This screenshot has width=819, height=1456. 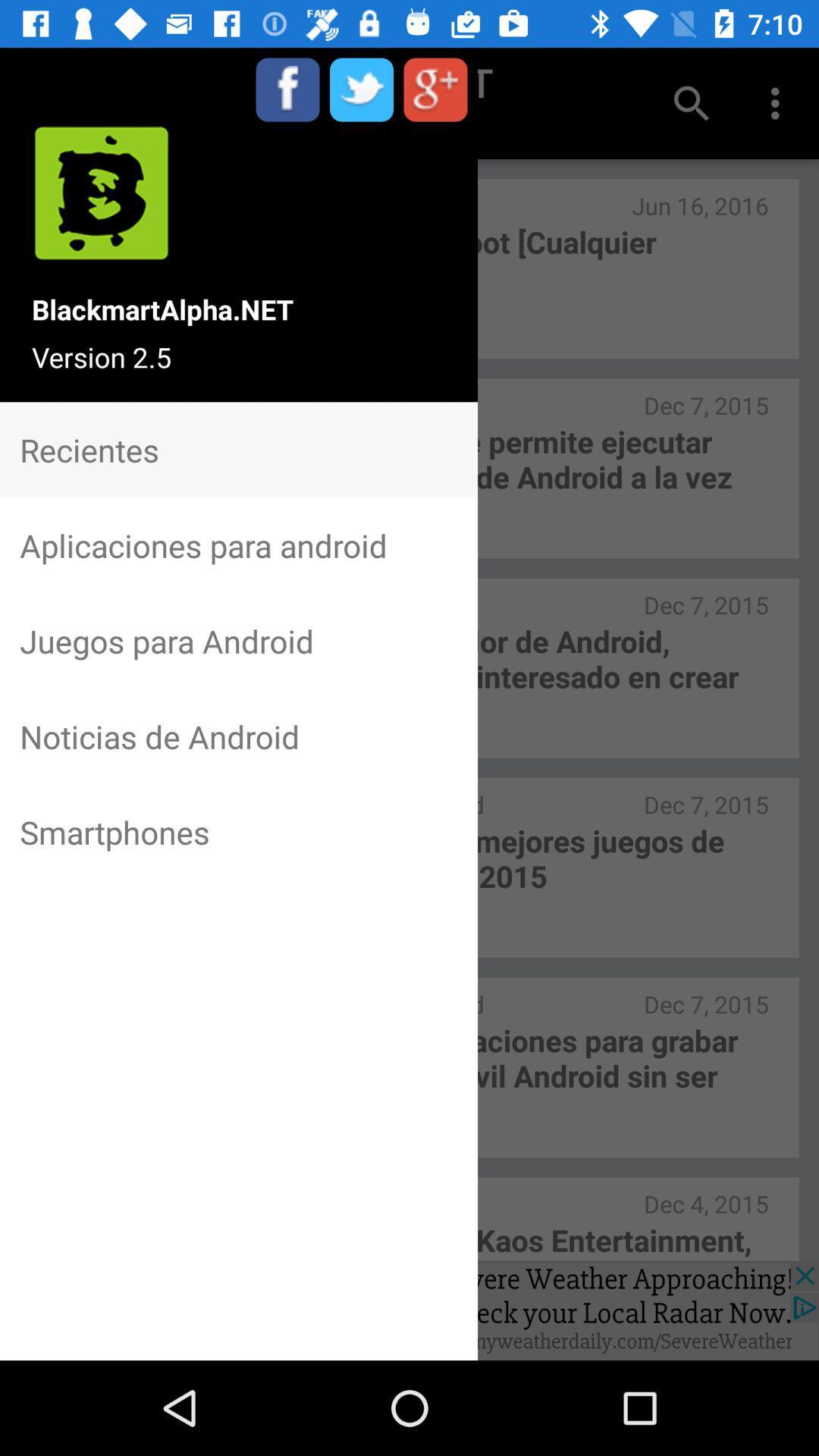 What do you see at coordinates (779, 103) in the screenshot?
I see `the button at the top right corner of the page` at bounding box center [779, 103].